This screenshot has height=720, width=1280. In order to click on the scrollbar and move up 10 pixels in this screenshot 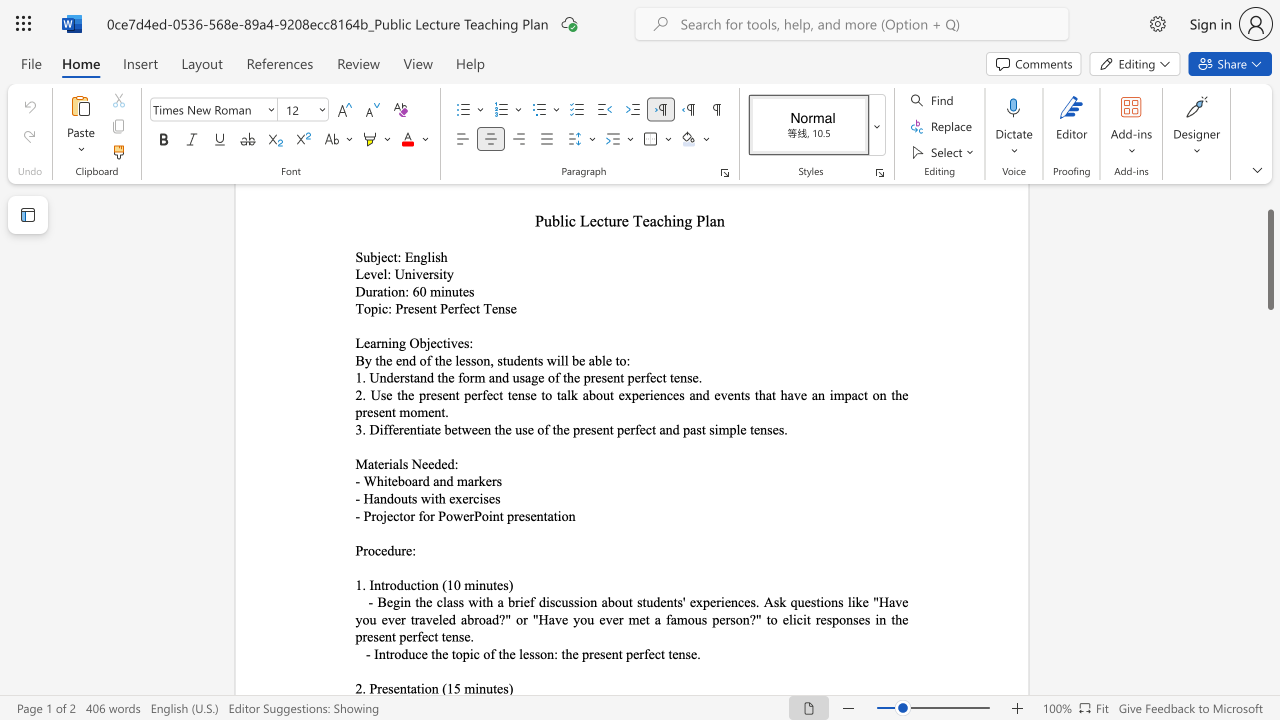, I will do `click(1269, 258)`.